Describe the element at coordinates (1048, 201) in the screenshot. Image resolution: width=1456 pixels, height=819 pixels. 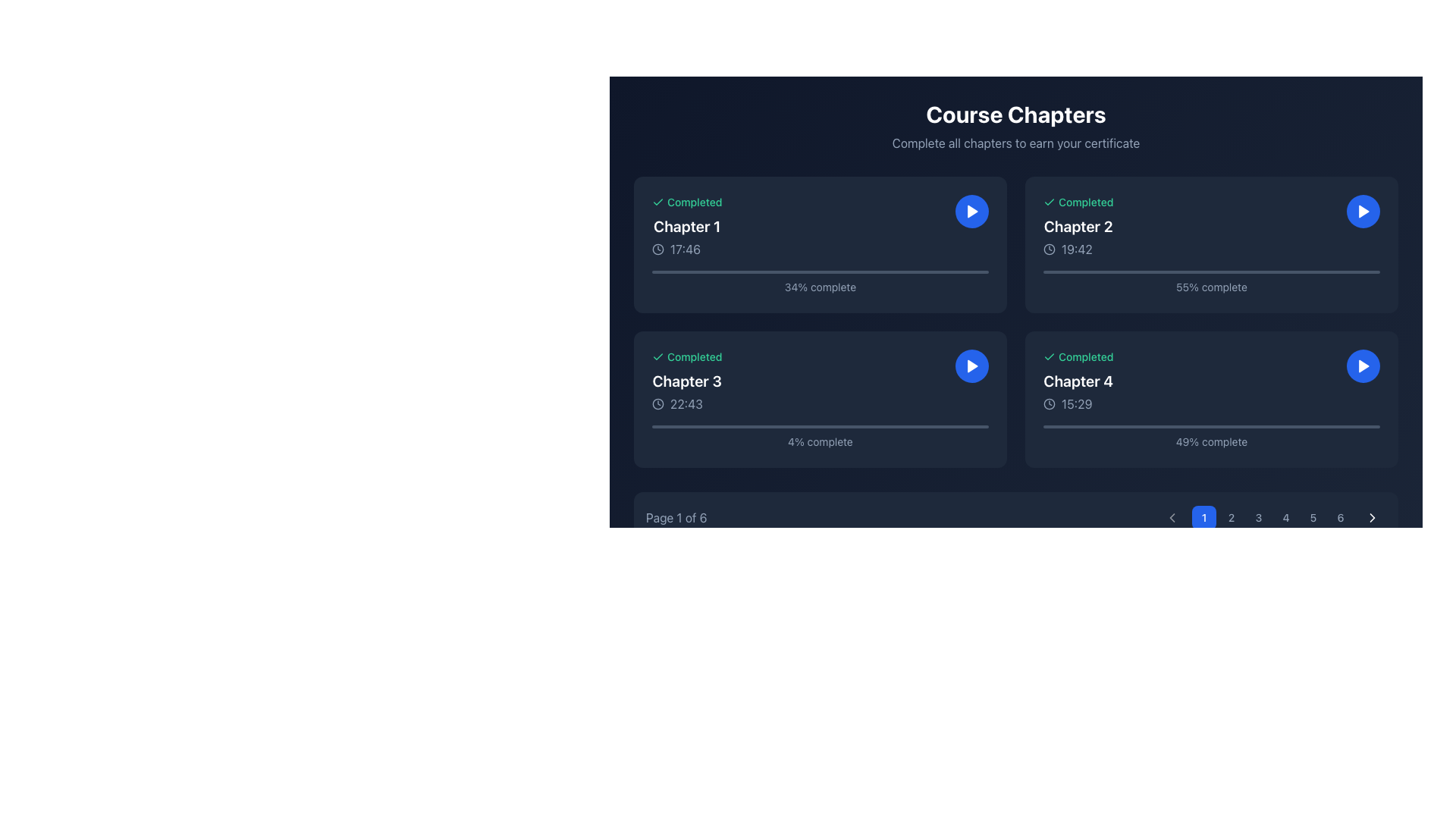
I see `the Checkmark icon indicating the completion status of Chapter 2, located in the top-right quadrant of the interface near the text 'Completed'` at that location.